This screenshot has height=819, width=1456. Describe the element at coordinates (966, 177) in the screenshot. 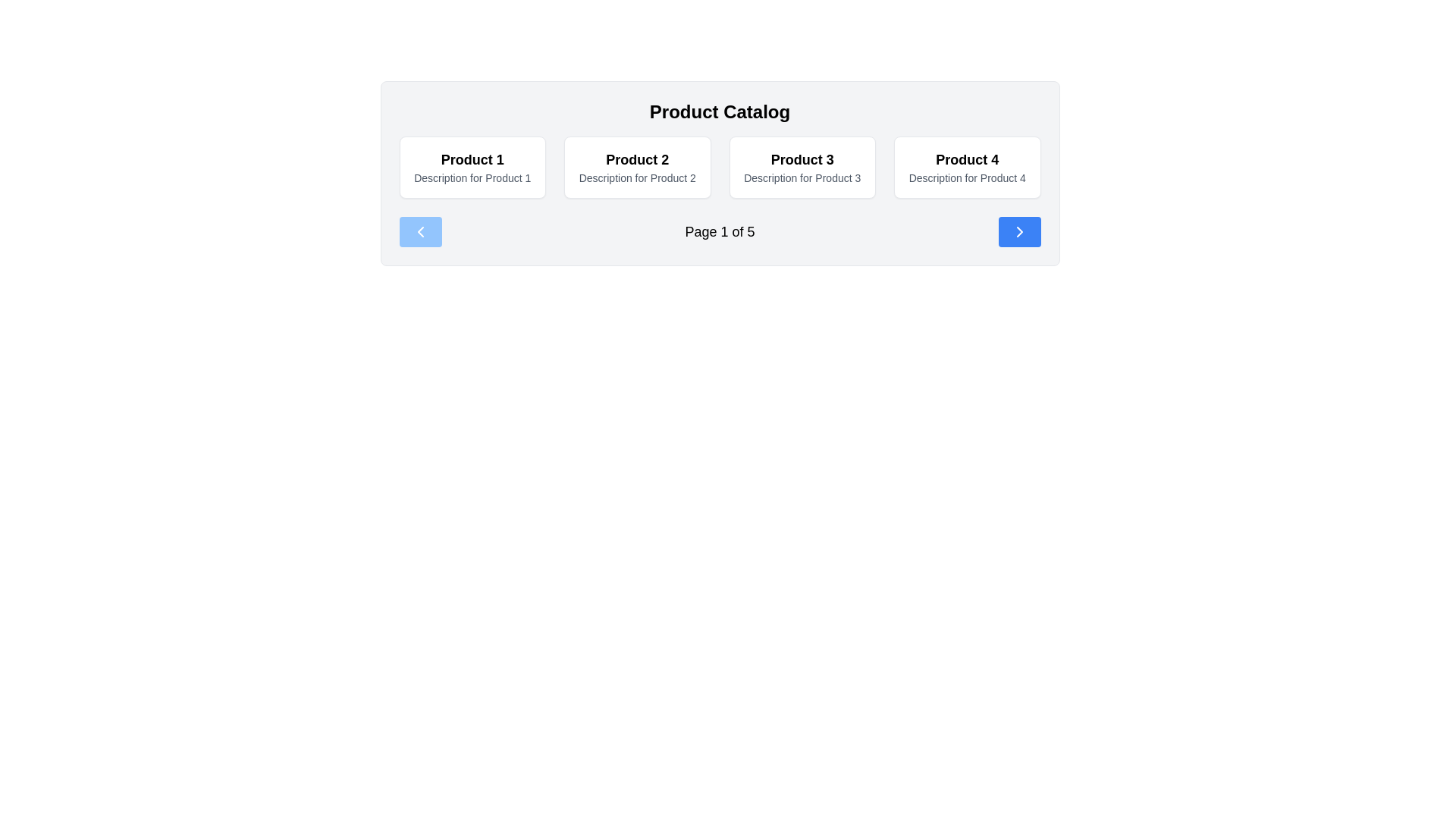

I see `the text label displaying 'Description for Product 4', which is a small gray text positioned below the title 'Product 4' within its product card` at that location.